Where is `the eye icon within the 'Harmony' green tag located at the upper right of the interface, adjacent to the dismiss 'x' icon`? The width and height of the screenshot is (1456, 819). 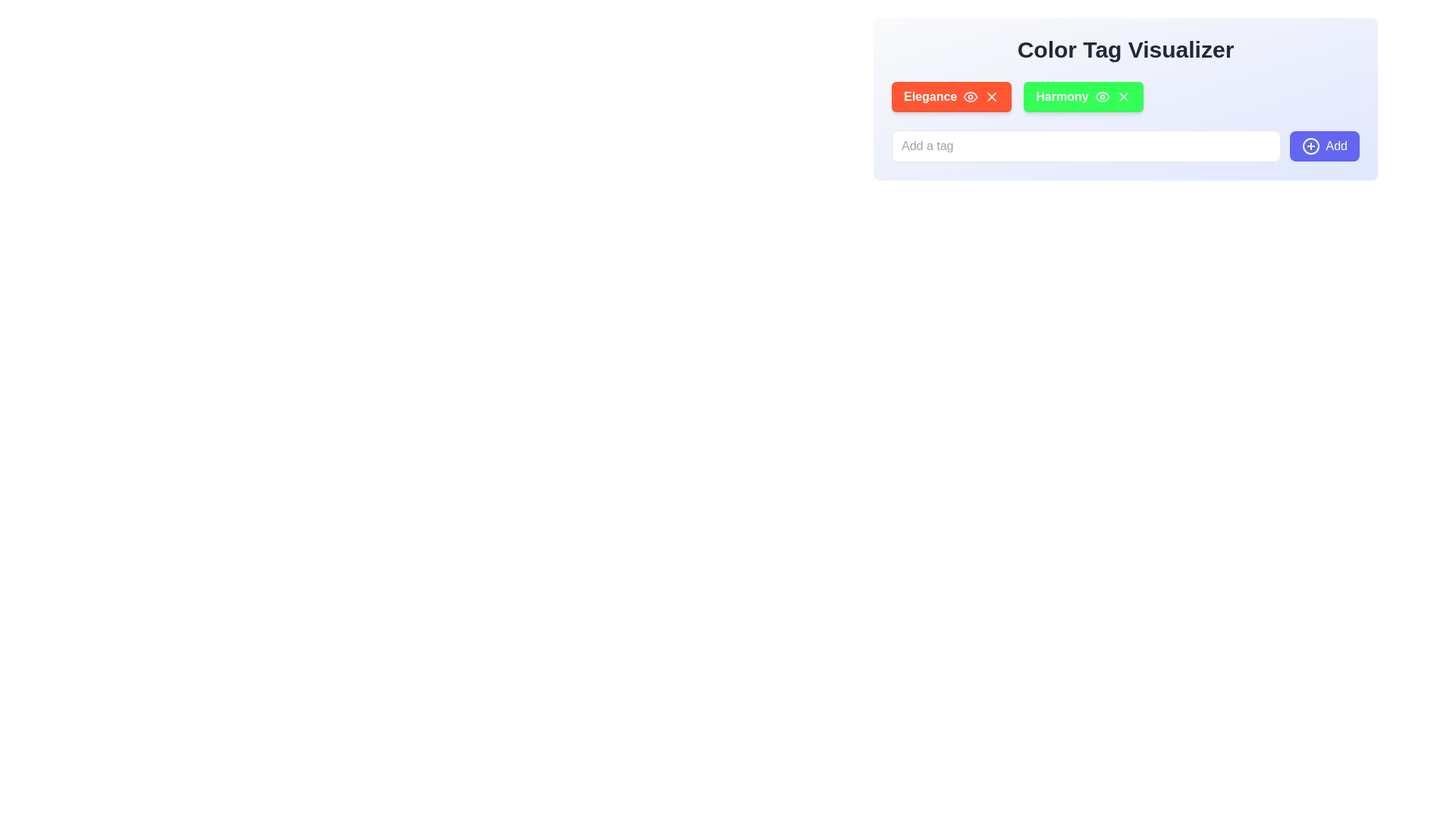 the eye icon within the 'Harmony' green tag located at the upper right of the interface, adjacent to the dismiss 'x' icon is located at coordinates (1102, 96).